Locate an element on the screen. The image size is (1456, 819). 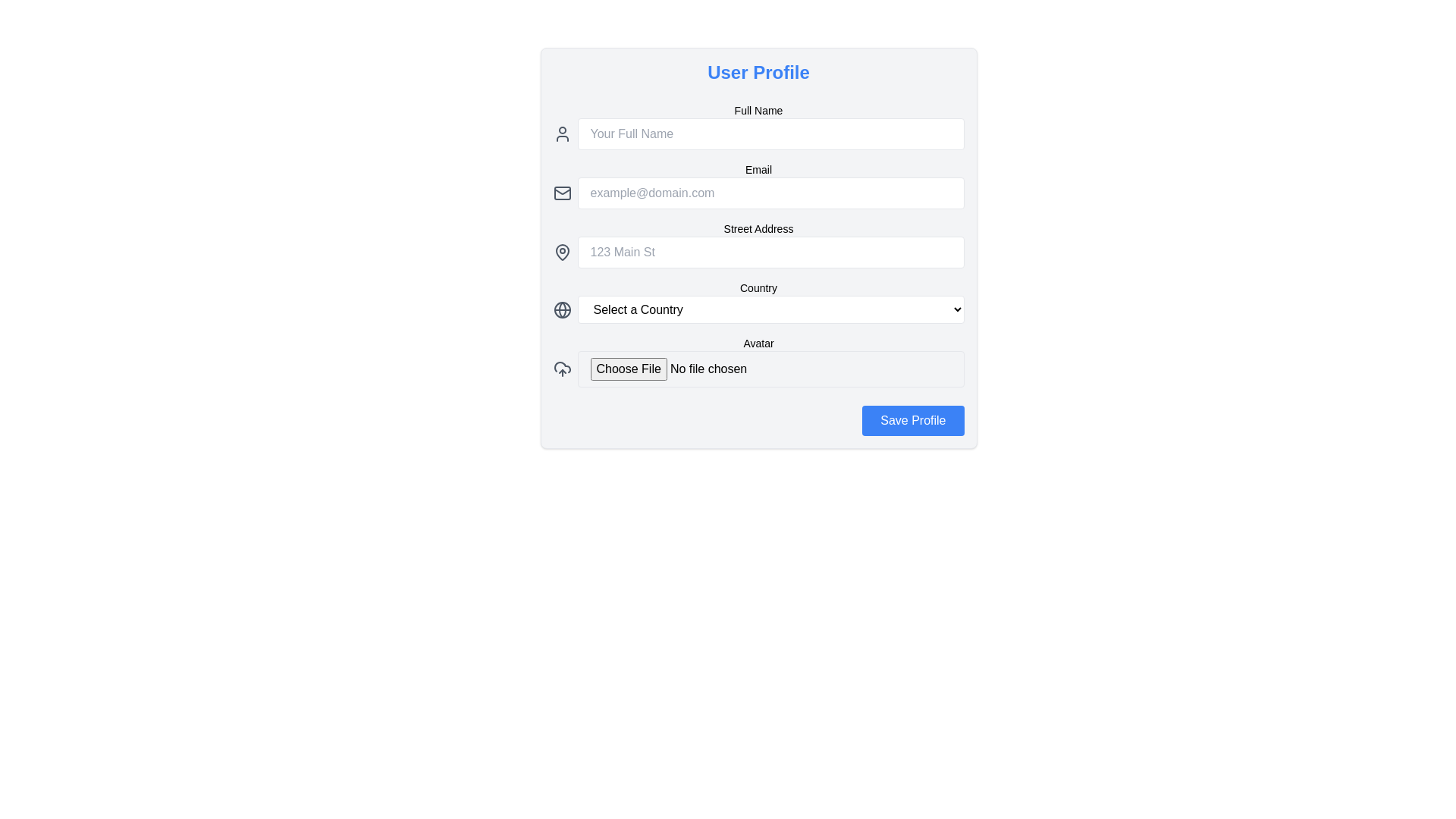
the text label displaying 'Country' which is located above the 'Select a Country' dropdown in the 'User Profile' form is located at coordinates (758, 288).